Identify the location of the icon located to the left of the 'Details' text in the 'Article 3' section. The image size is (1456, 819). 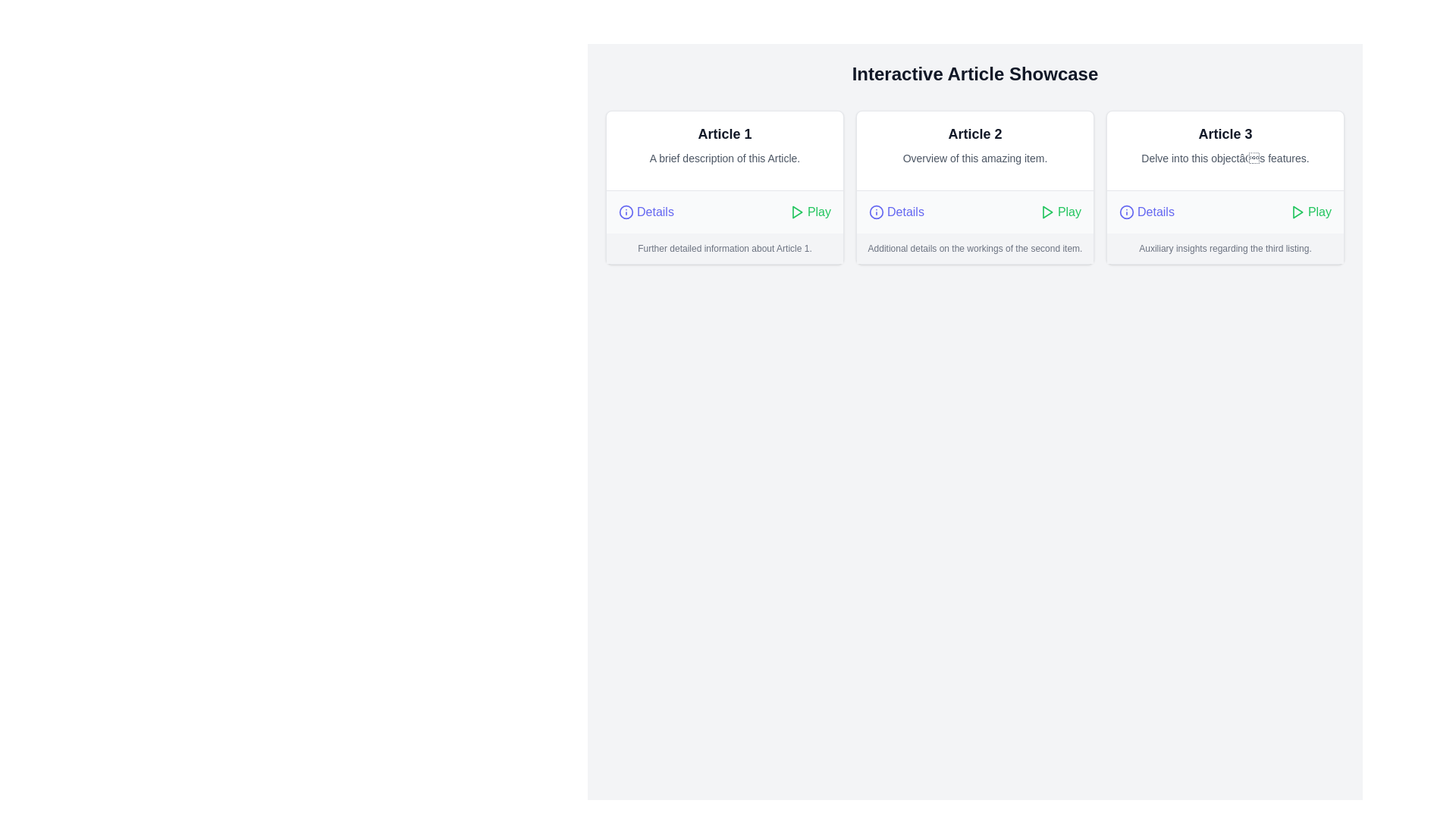
(1127, 212).